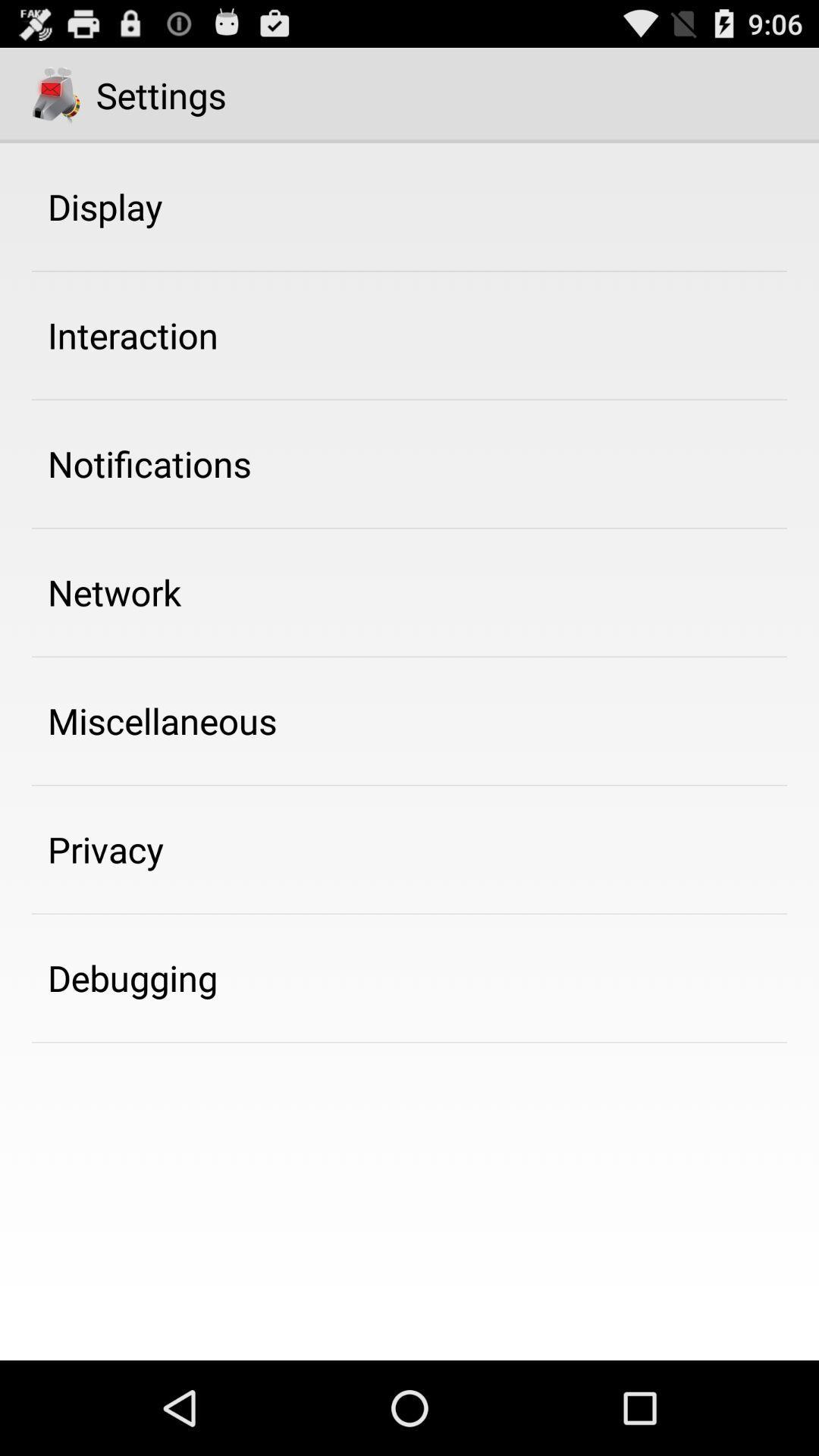  I want to click on the icon below privacy app, so click(132, 977).